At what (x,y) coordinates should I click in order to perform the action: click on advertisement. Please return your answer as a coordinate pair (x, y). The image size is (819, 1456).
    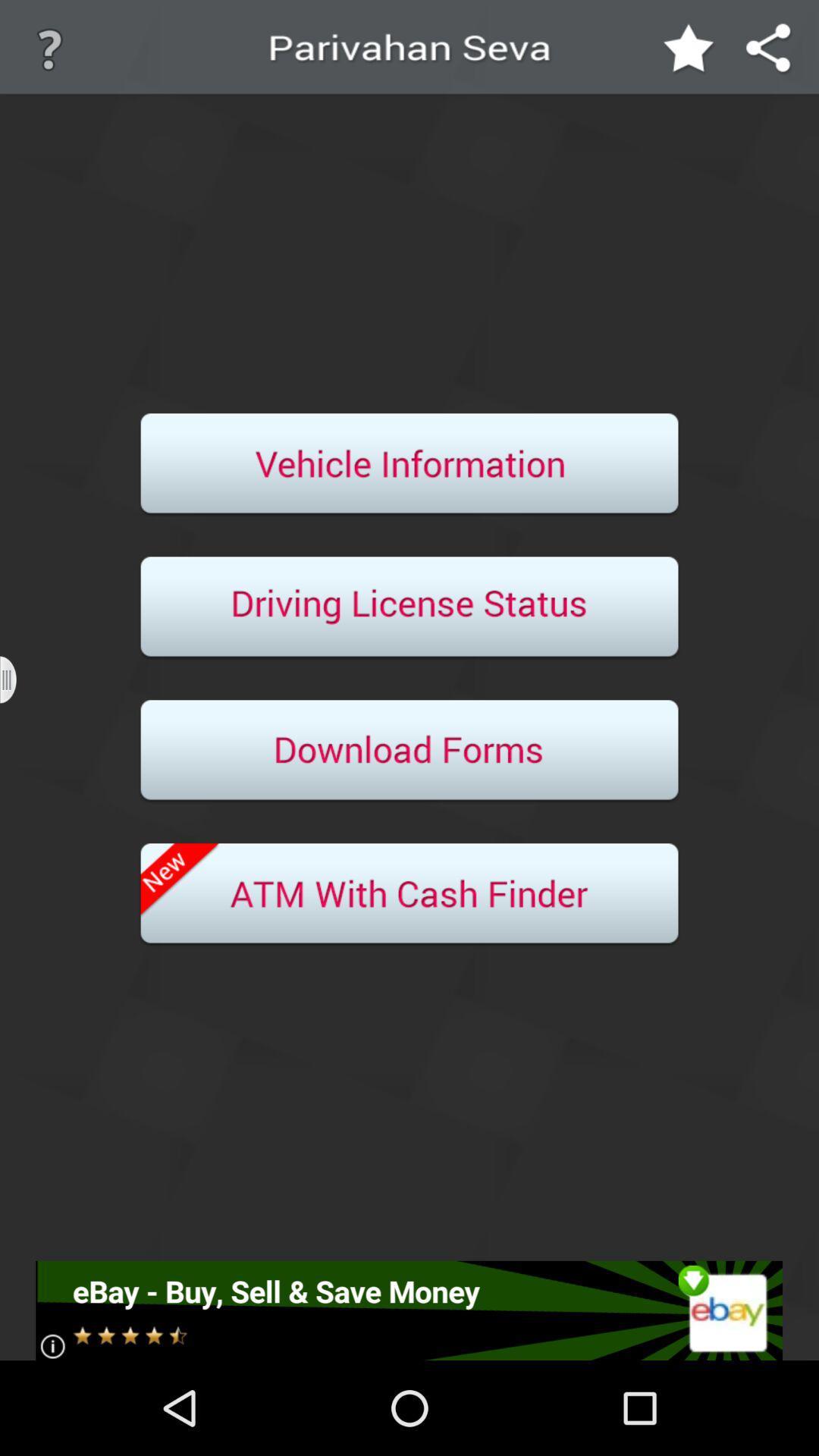
    Looking at the image, I should click on (408, 1310).